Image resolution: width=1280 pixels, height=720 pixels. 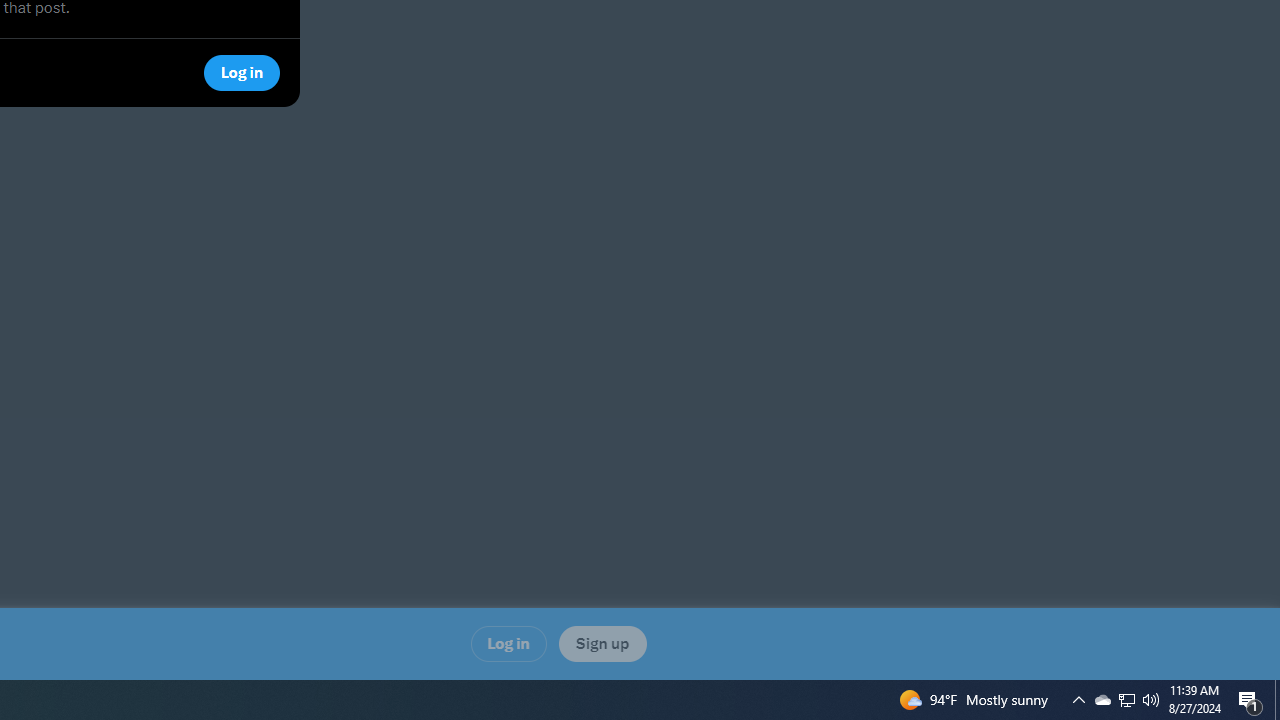 What do you see at coordinates (601, 643) in the screenshot?
I see `'Sign up'` at bounding box center [601, 643].